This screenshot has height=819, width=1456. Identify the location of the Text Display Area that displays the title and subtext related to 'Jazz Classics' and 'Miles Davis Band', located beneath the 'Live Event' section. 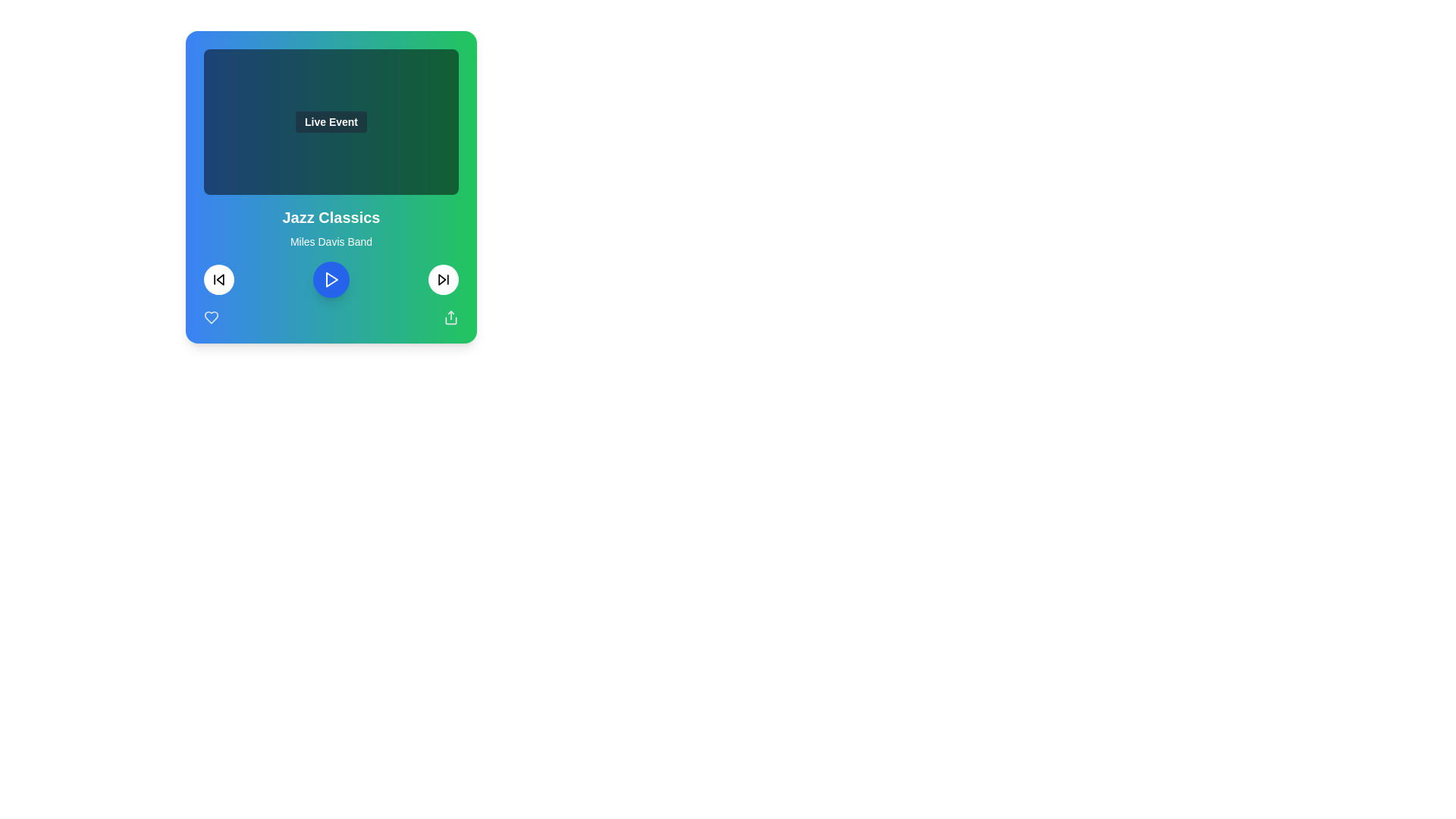
(330, 227).